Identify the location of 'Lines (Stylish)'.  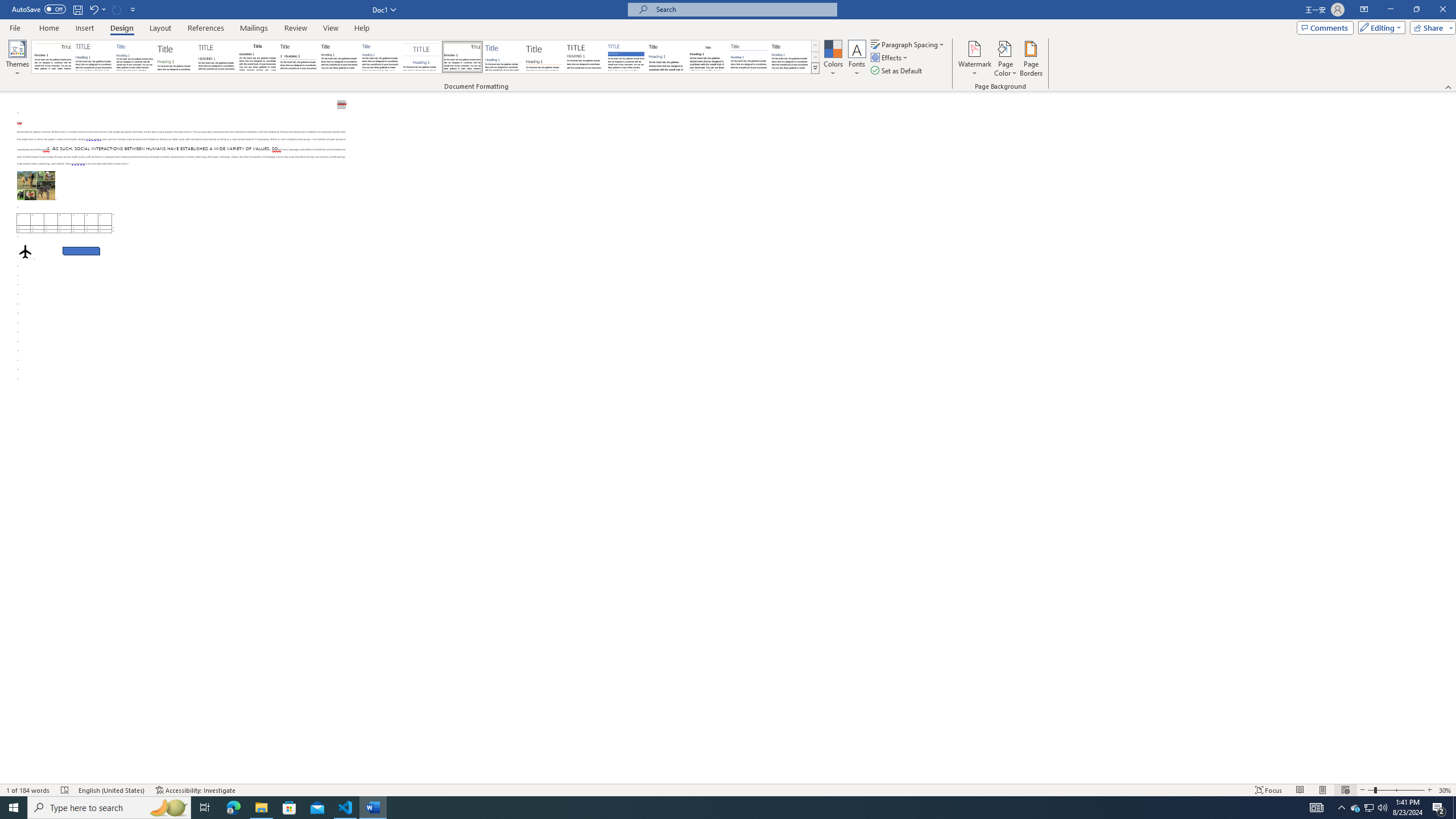
(544, 56).